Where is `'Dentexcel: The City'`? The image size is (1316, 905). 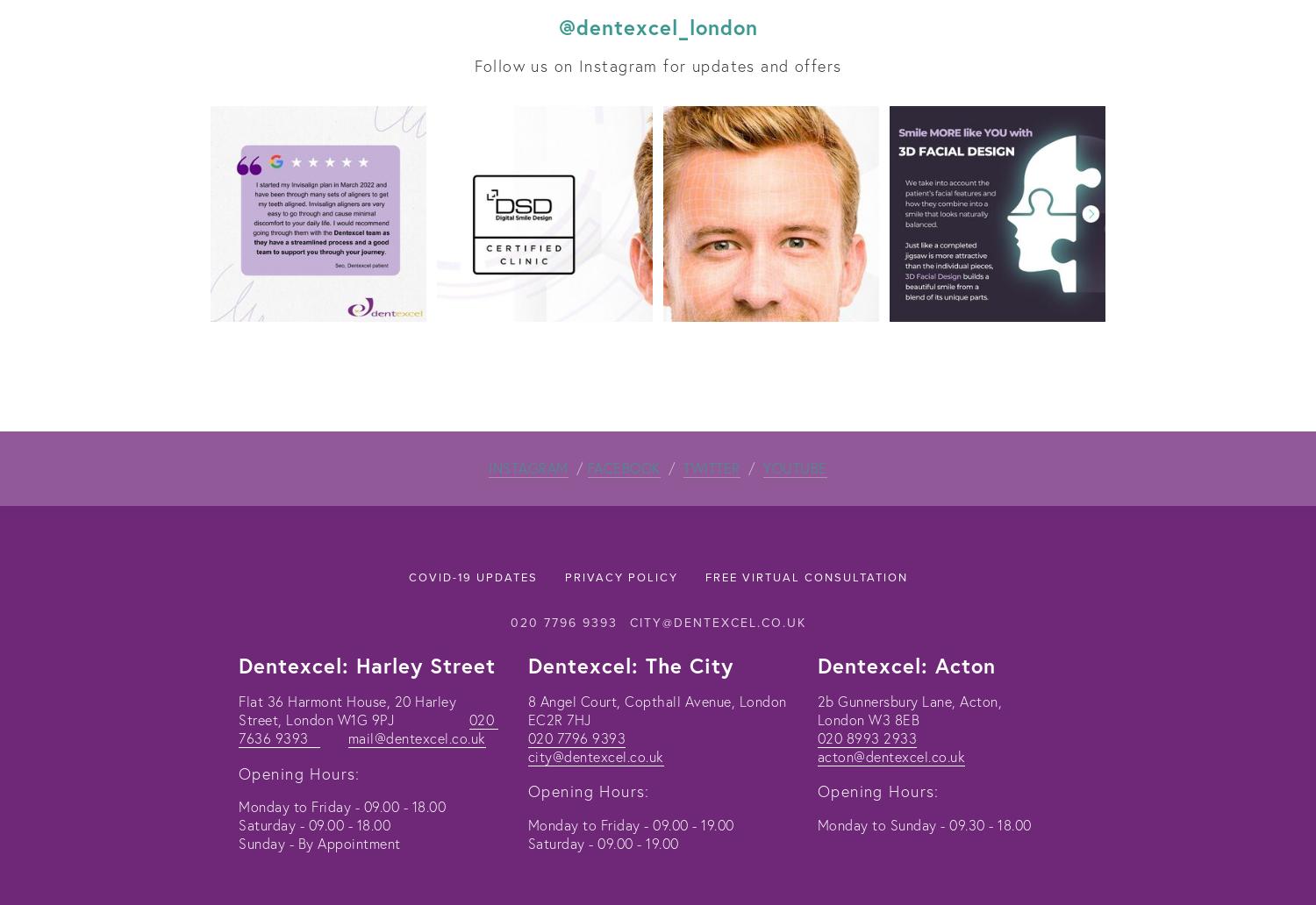
'Dentexcel: The City' is located at coordinates (629, 665).